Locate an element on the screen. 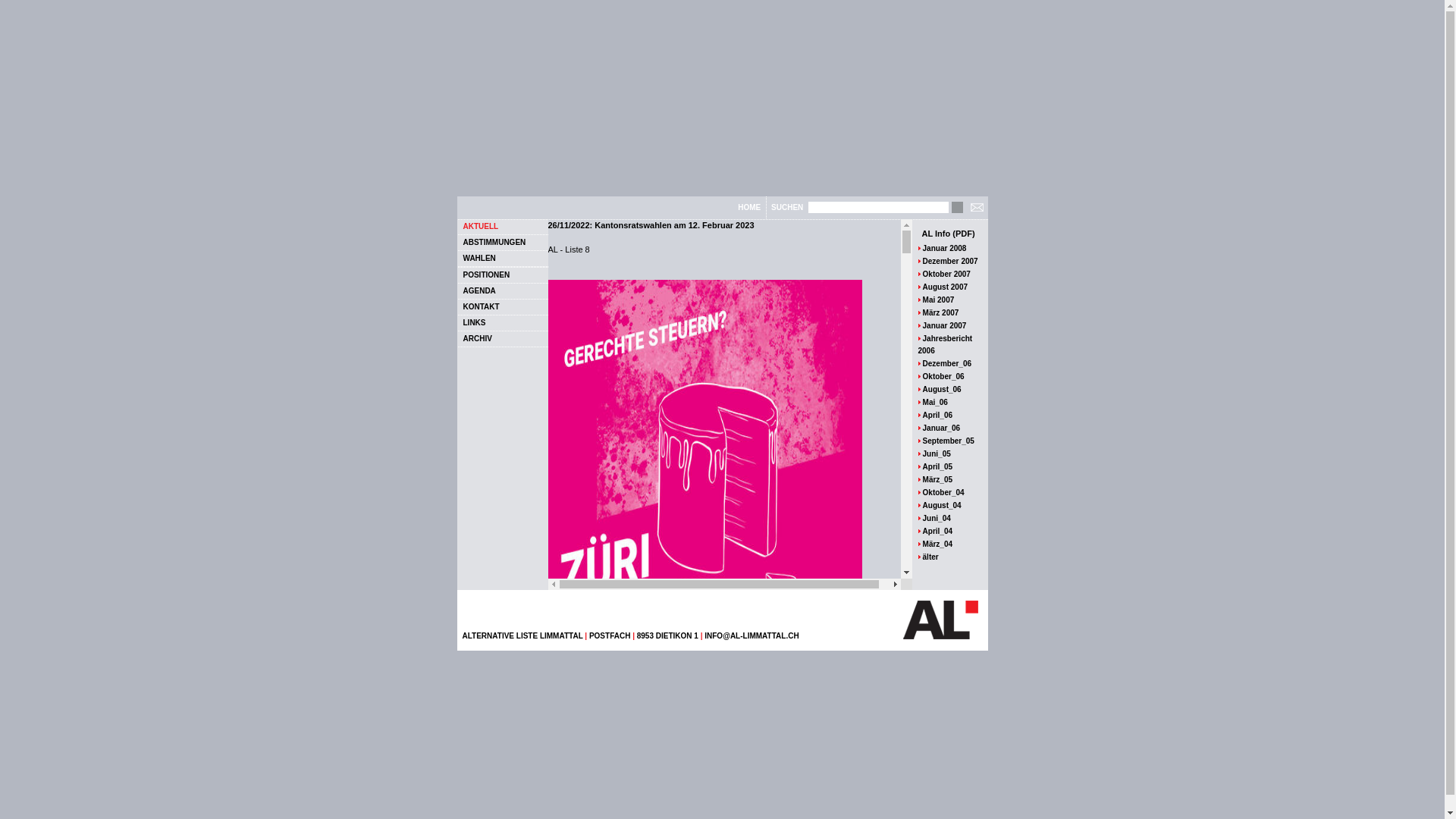 This screenshot has width=1456, height=819. 'September_05' is located at coordinates (922, 441).